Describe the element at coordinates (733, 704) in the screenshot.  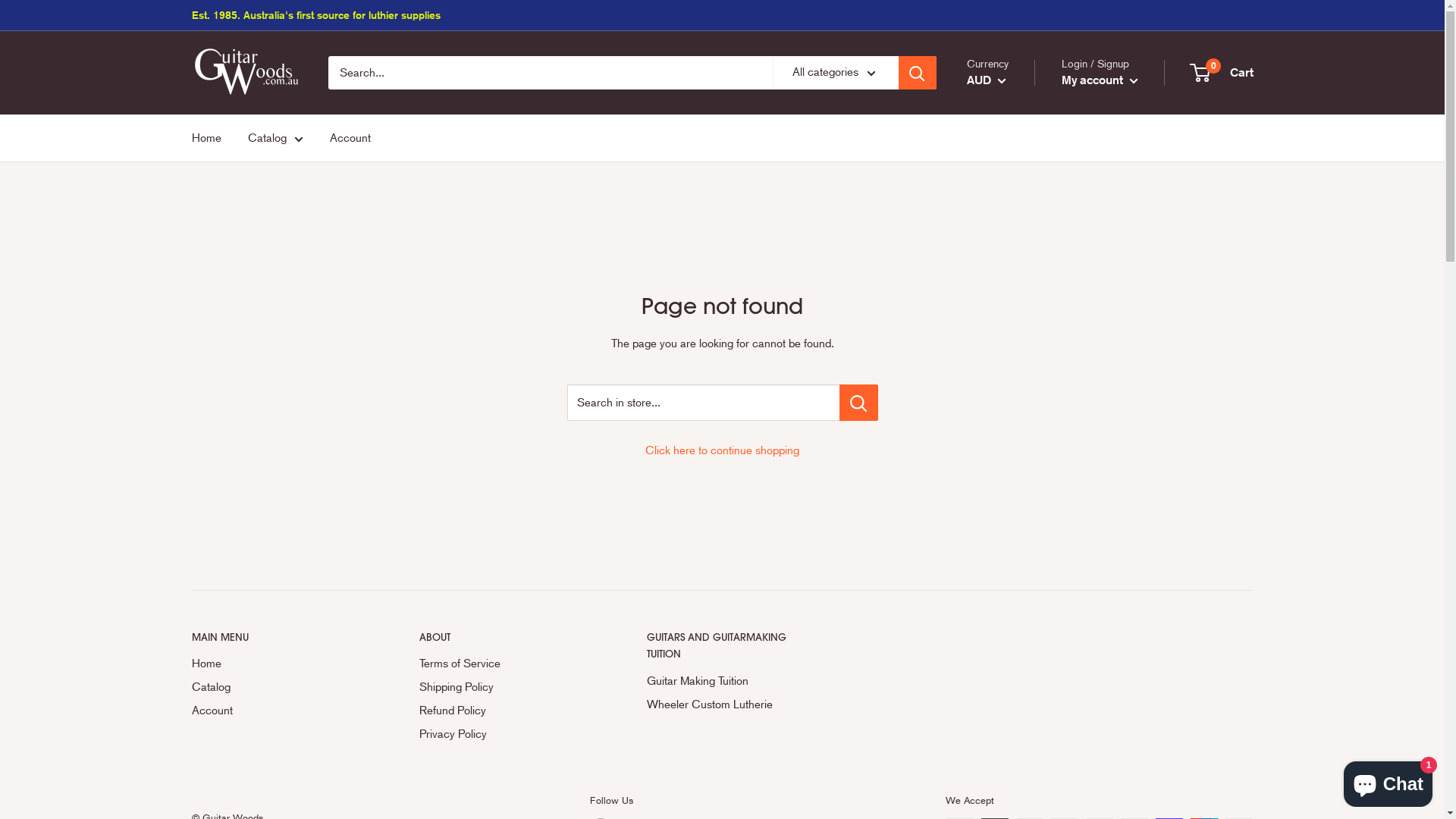
I see `'Wheeler Custom Lutherie'` at that location.